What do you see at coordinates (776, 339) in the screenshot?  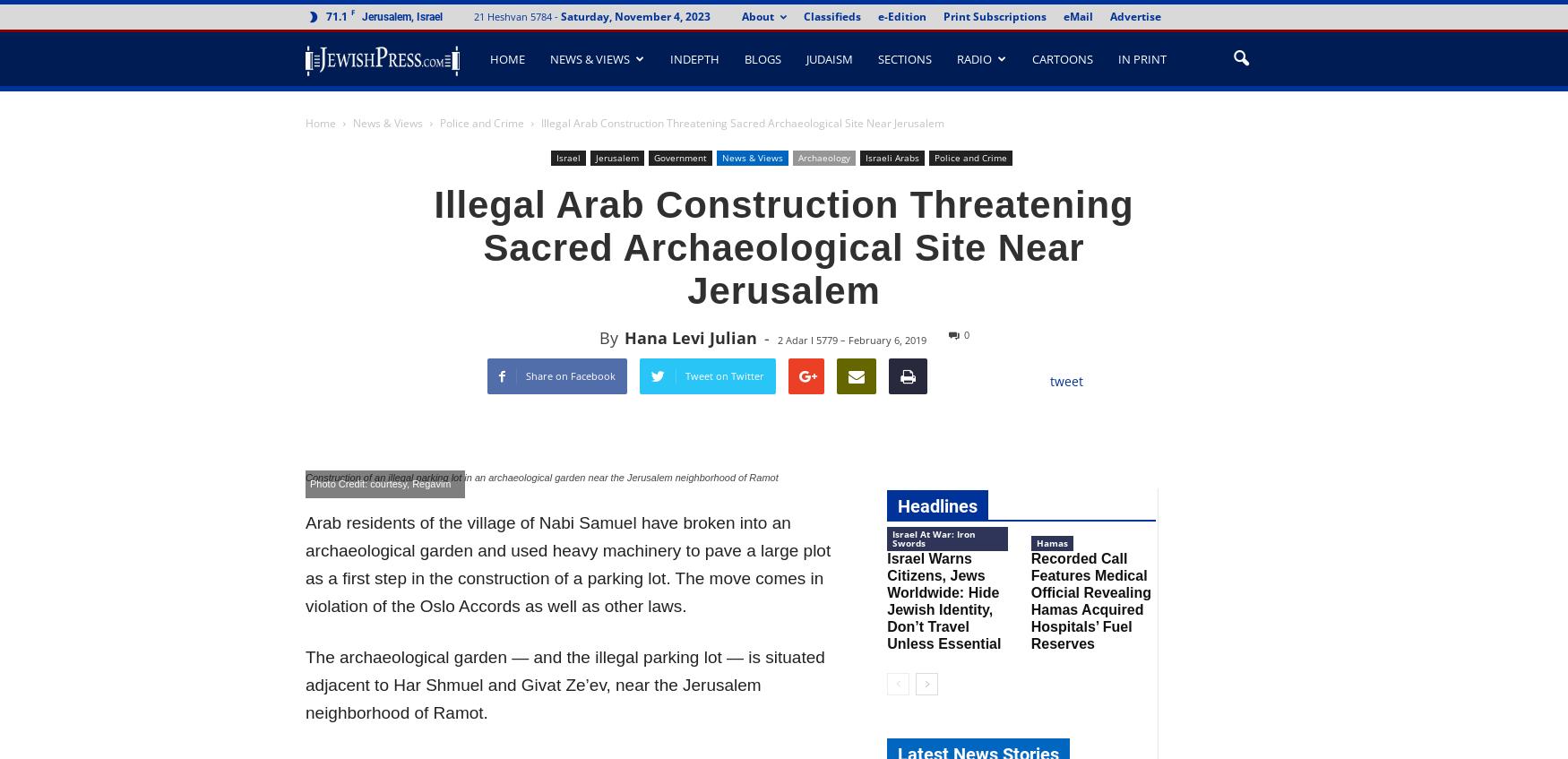 I see `'2 Adar I 5779 – February 6, 2019'` at bounding box center [776, 339].